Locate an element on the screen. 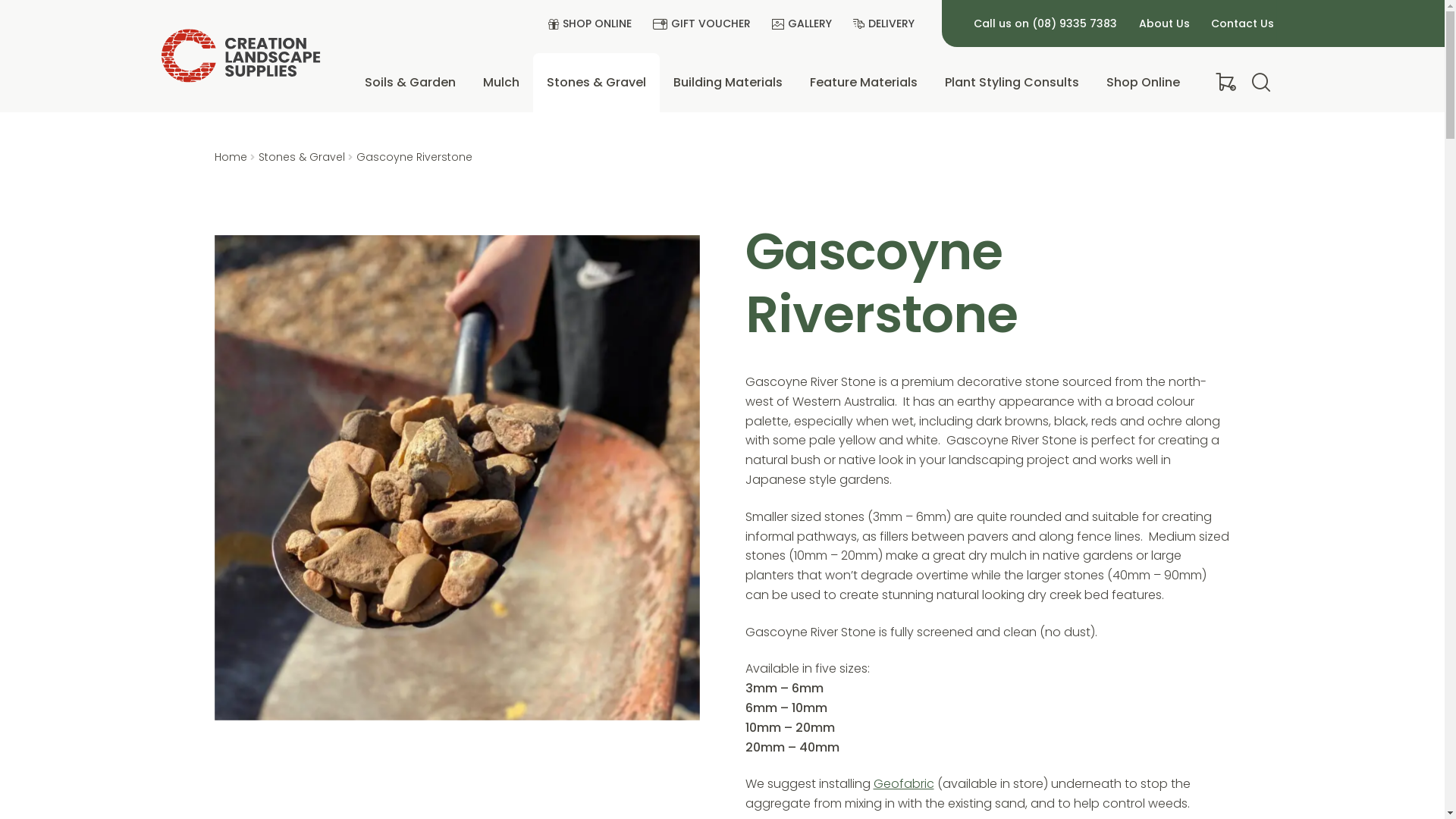  'DELIVERY' is located at coordinates (847, 24).